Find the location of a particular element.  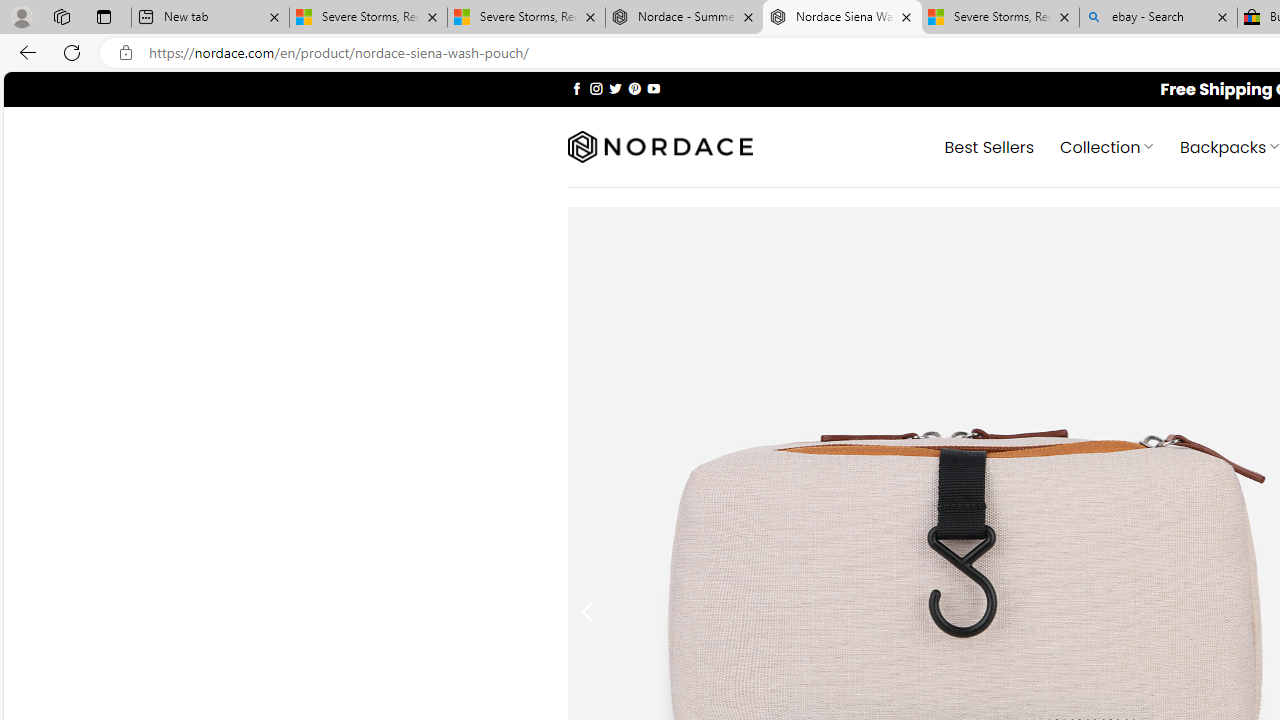

' Best Sellers' is located at coordinates (990, 145).